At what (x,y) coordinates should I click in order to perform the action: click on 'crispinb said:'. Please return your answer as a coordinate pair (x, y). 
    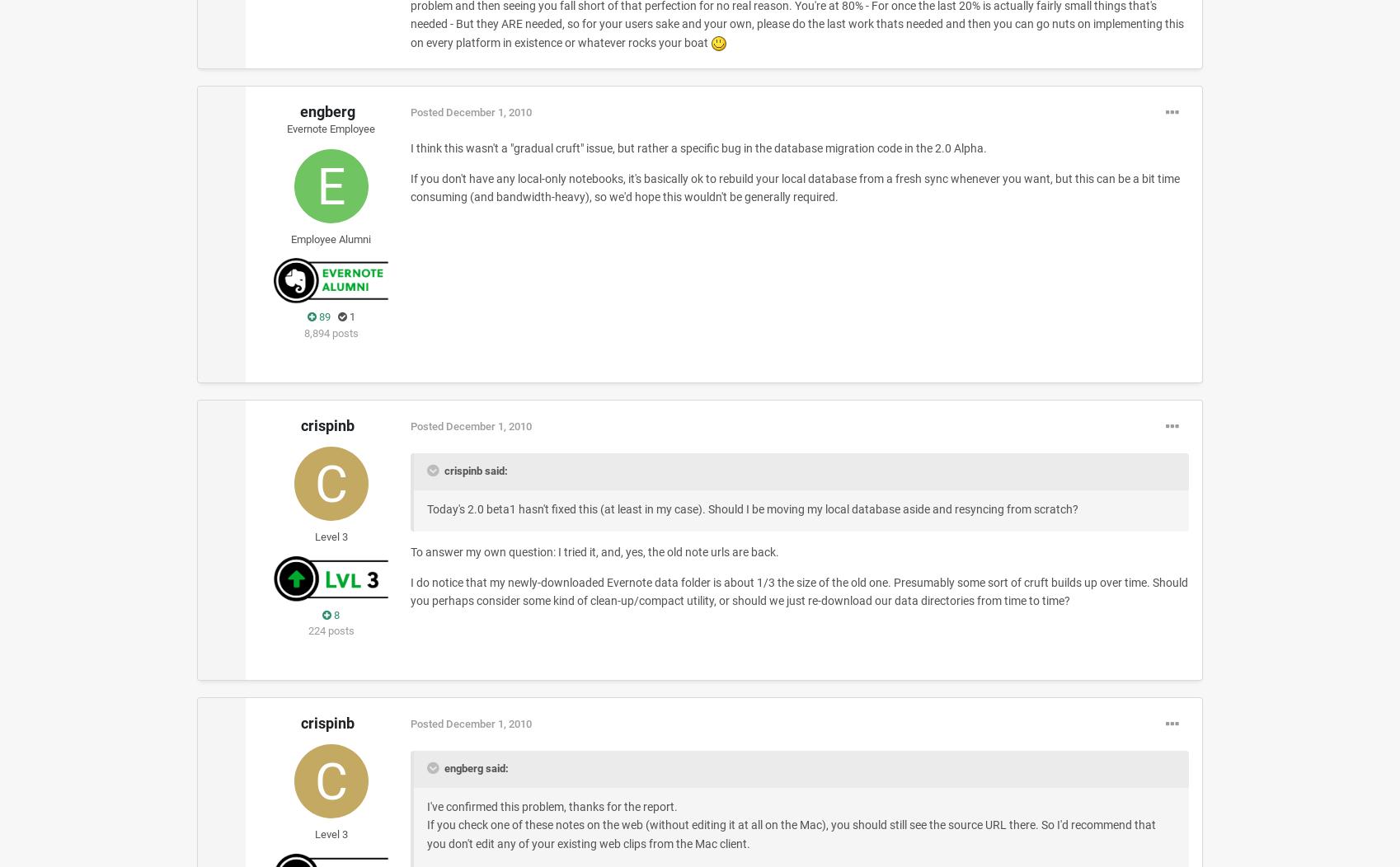
    Looking at the image, I should click on (473, 470).